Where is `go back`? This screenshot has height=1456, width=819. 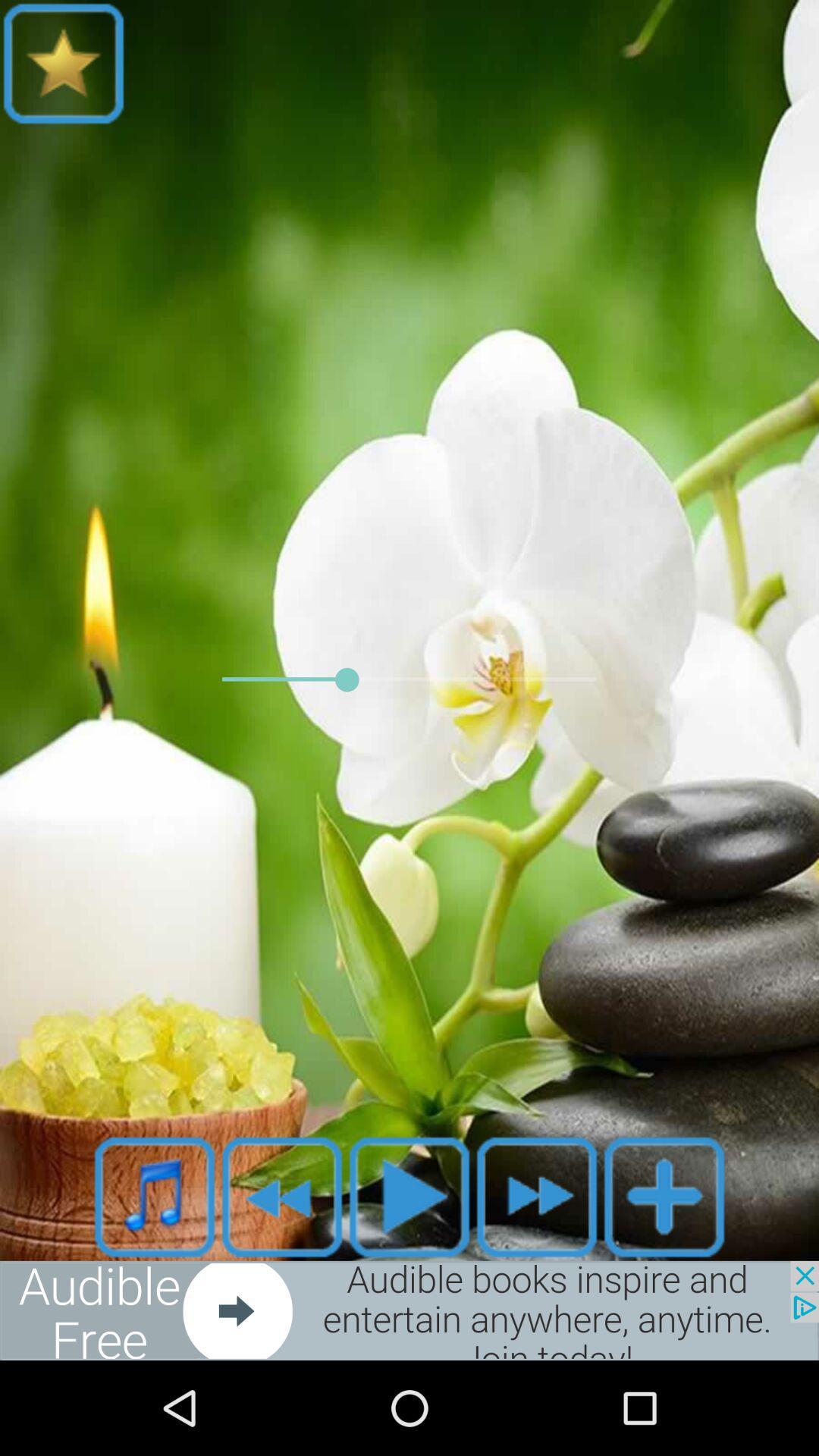
go back is located at coordinates (281, 1196).